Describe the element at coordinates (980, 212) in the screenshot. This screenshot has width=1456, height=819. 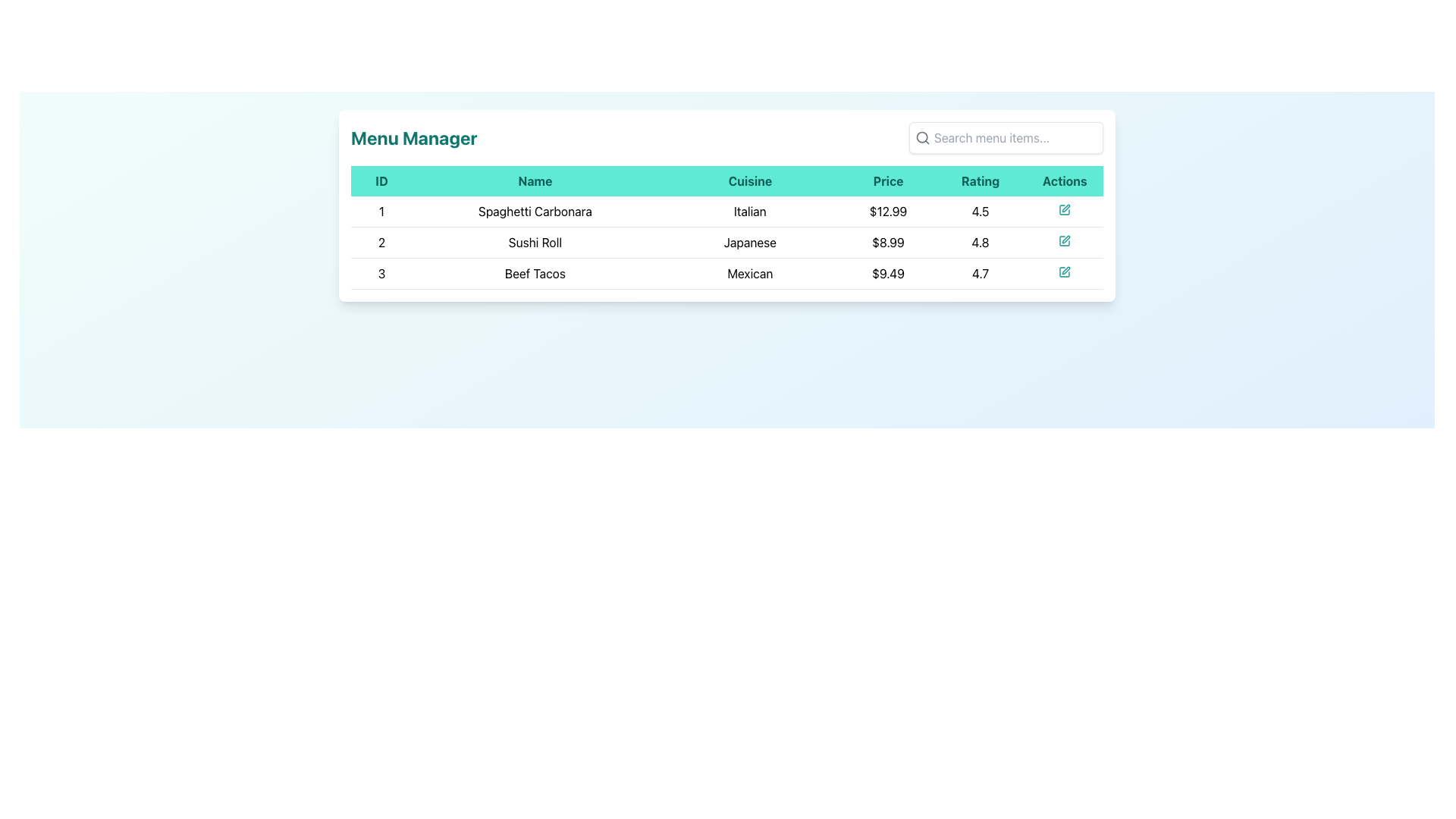
I see `value displayed as '4.5' in the 'Rating' column of the table row for 'Spaghetti Carbonara.'` at that location.